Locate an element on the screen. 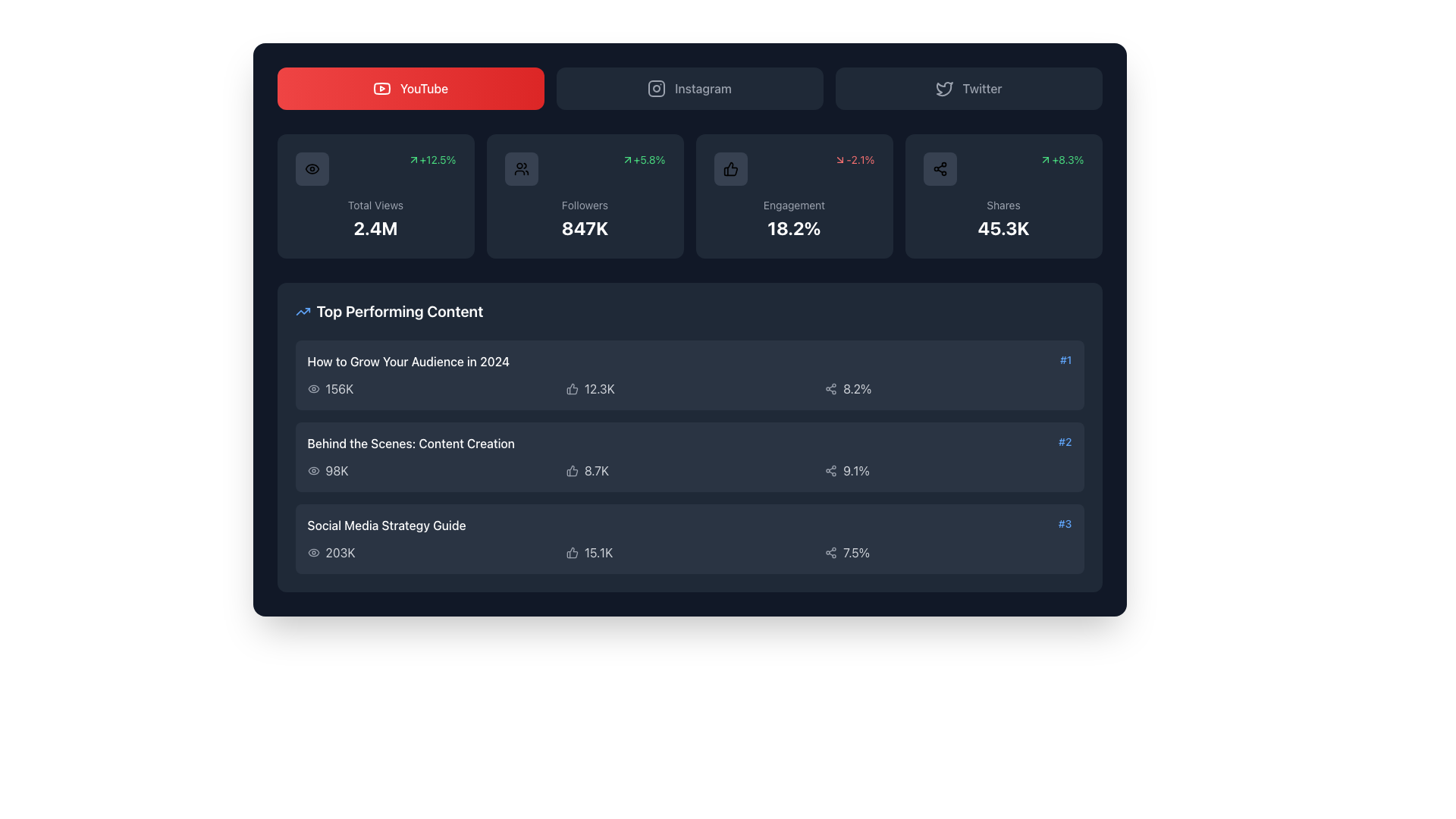  the thumb icon associated with approval or 'like' located in the 'Engagement' metric box on the dashboard is located at coordinates (730, 169).